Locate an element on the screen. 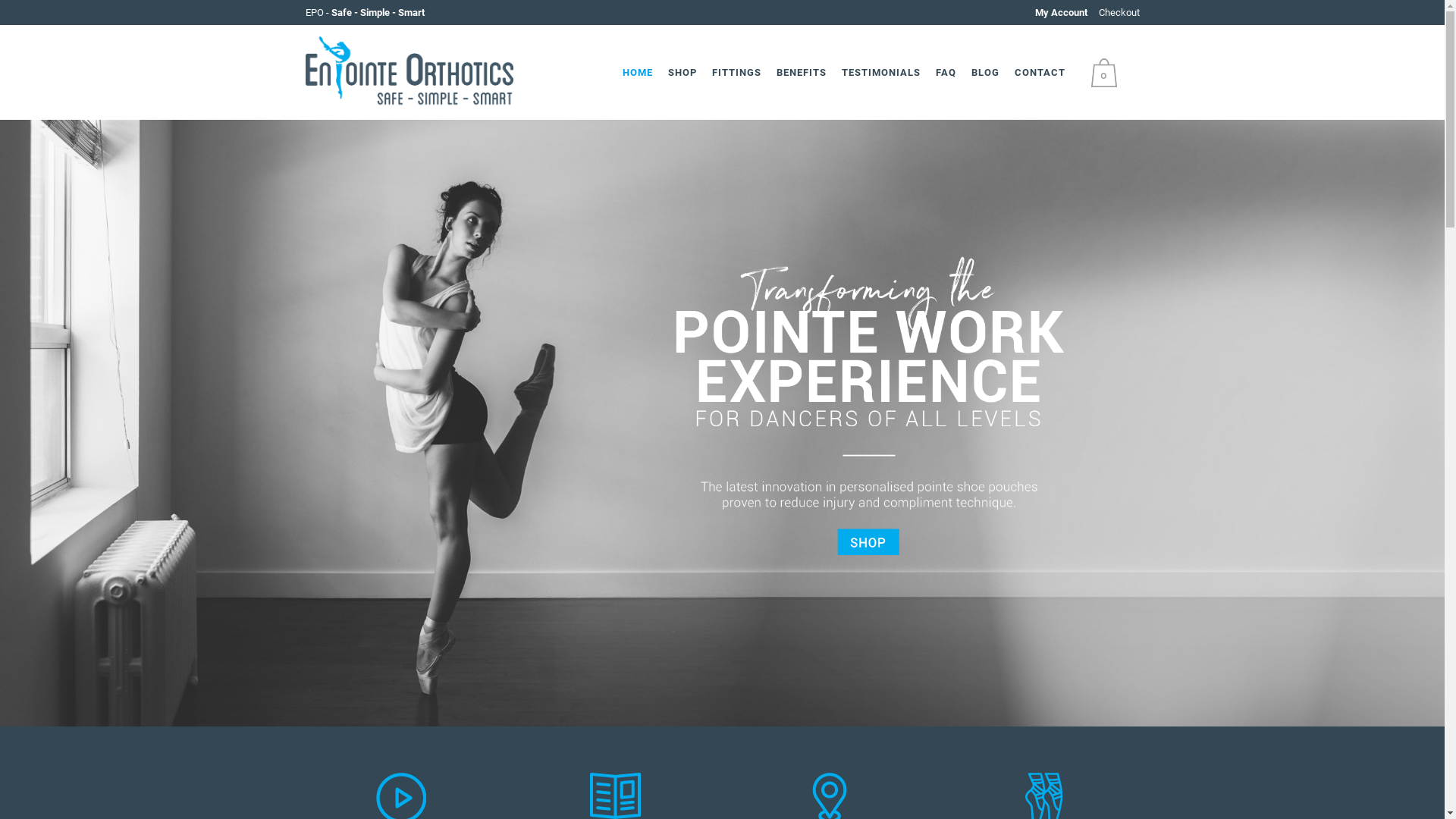 The height and width of the screenshot is (819, 1456). 'HOME' is located at coordinates (637, 72).